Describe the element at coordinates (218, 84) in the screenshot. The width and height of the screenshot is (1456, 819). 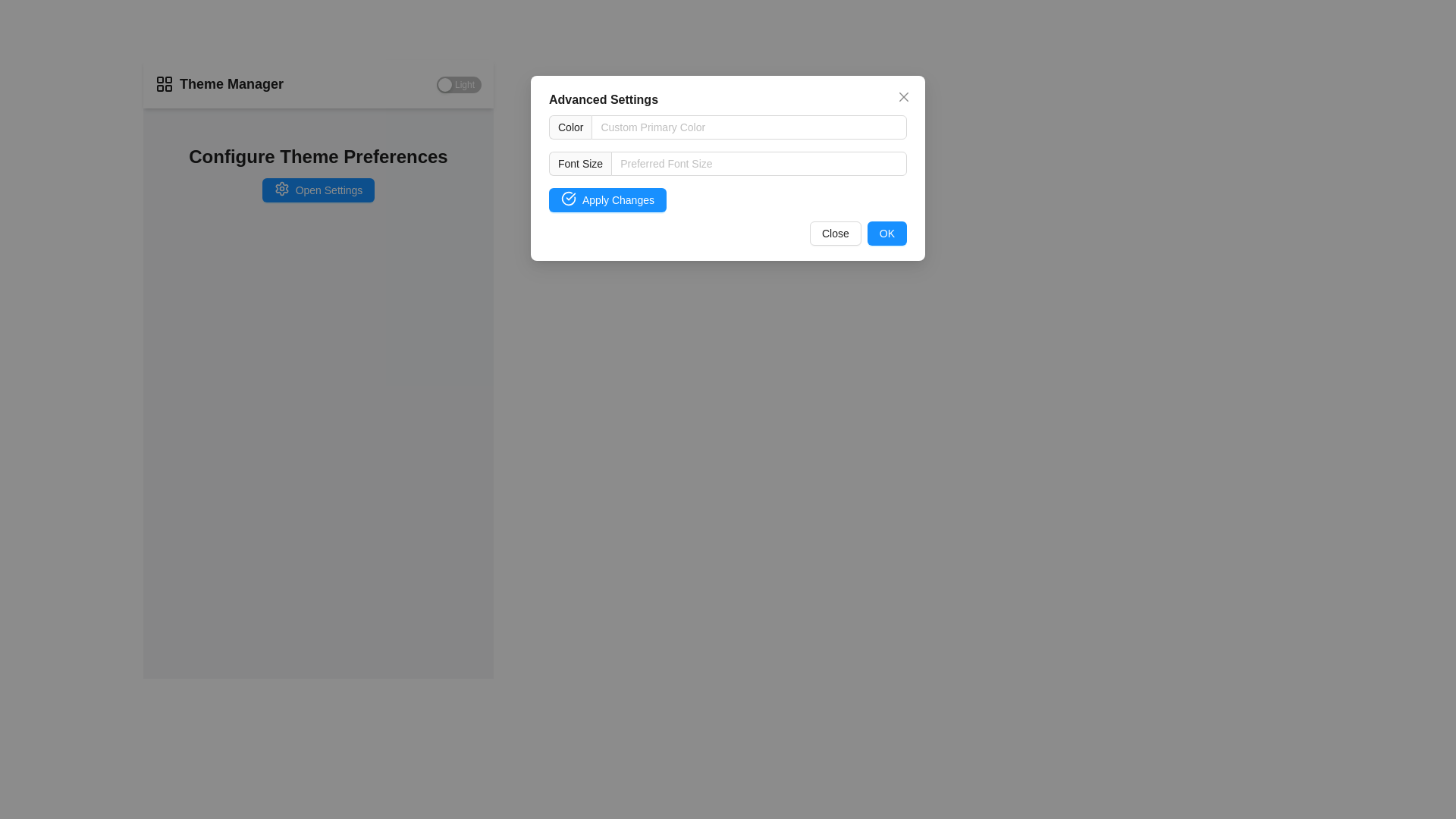
I see `the Header title with icon that identifies the 'Theme Manager' section, located in the top-left of the header bar` at that location.